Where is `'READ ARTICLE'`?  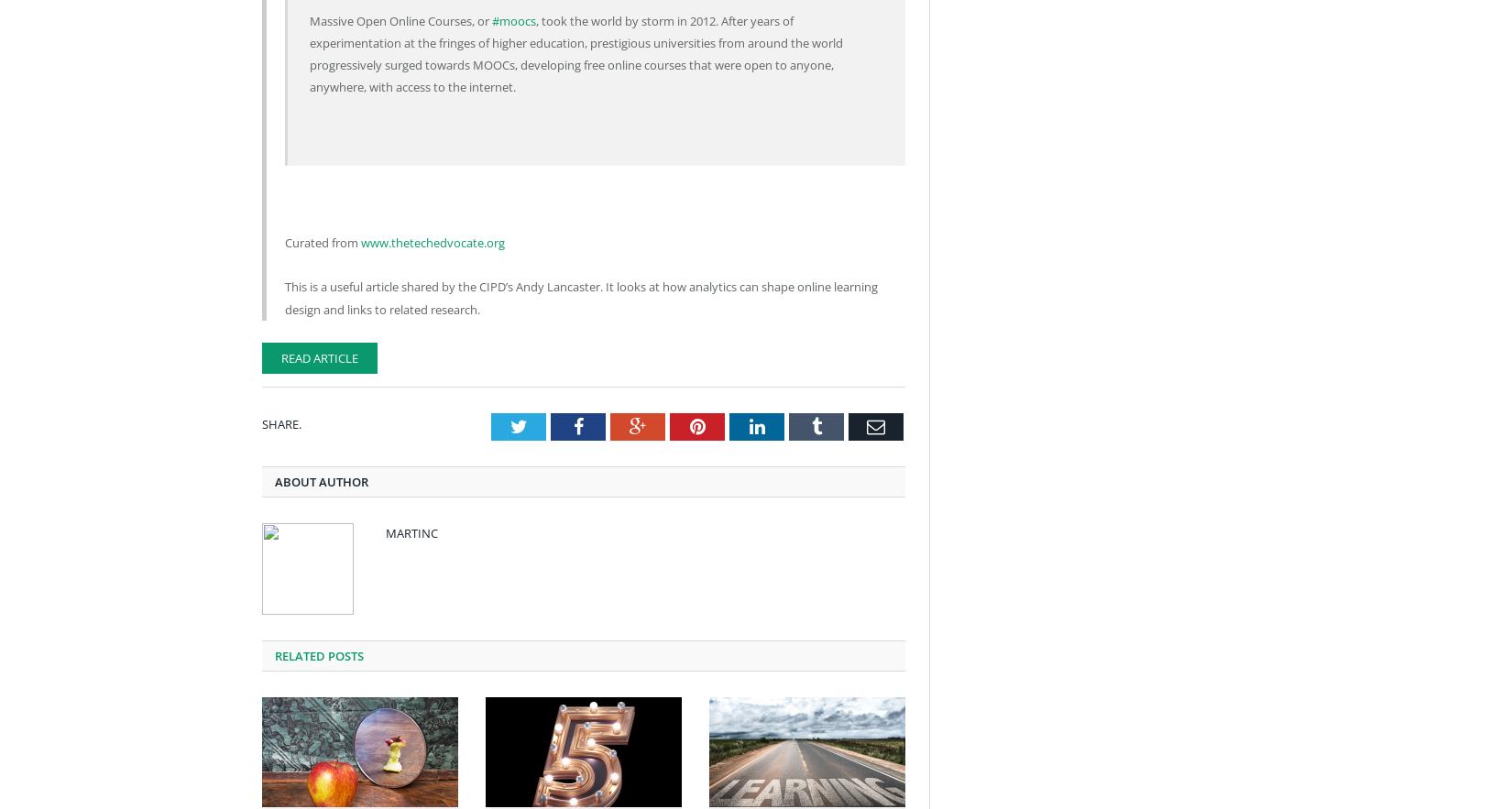 'READ ARTICLE' is located at coordinates (281, 356).